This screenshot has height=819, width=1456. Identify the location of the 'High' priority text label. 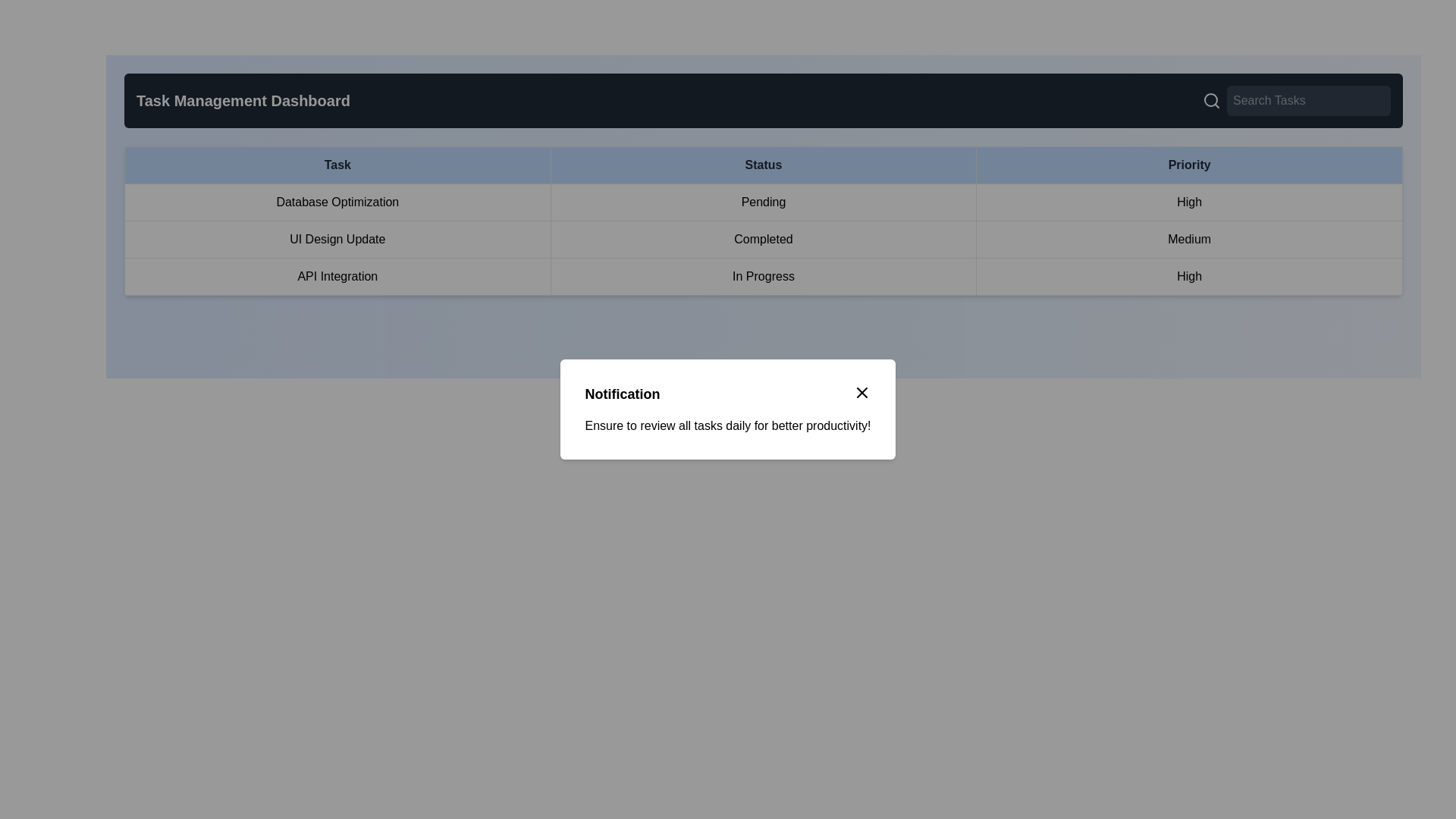
(1188, 201).